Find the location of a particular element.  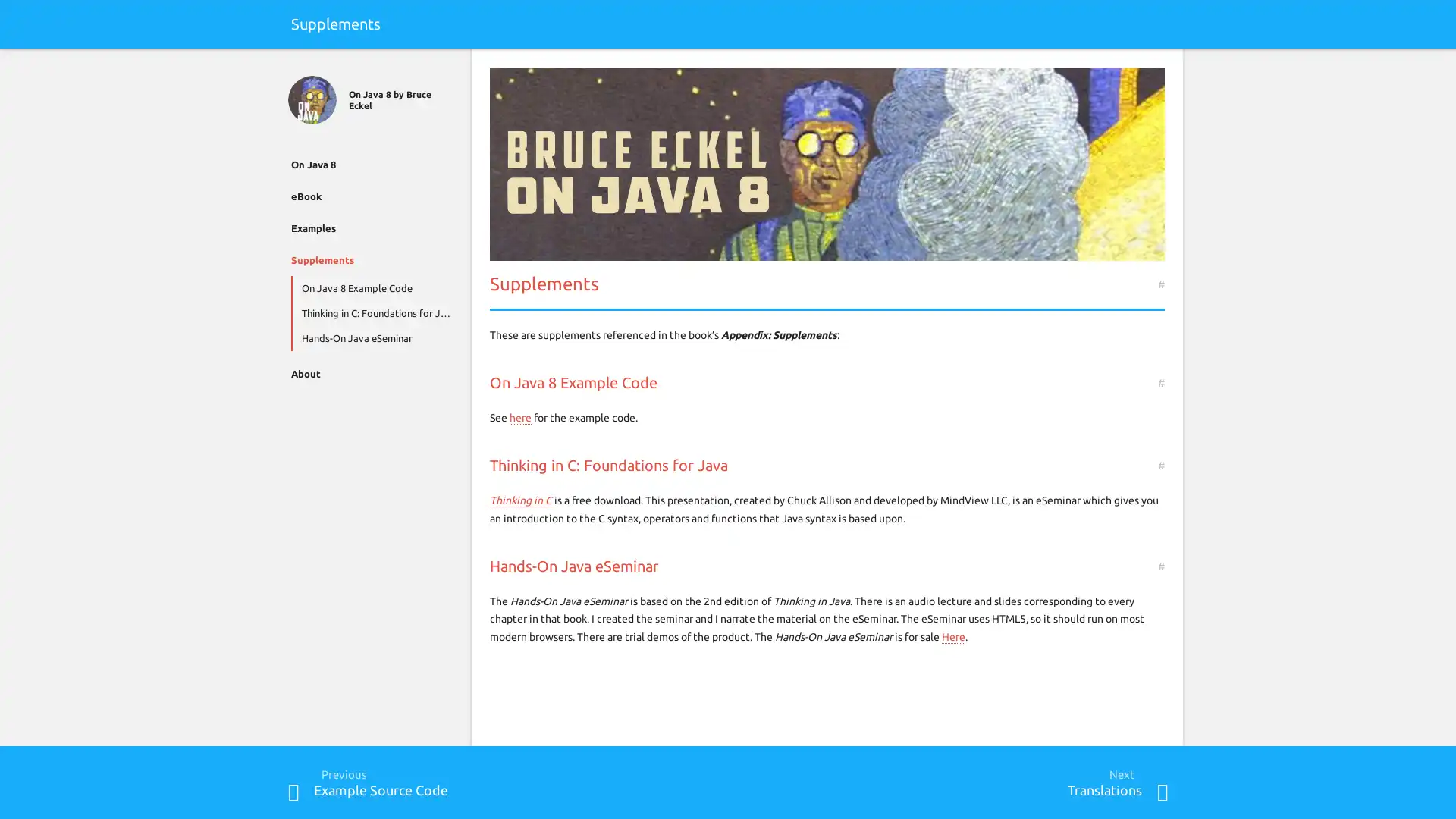

Search is located at coordinates (1161, 66).